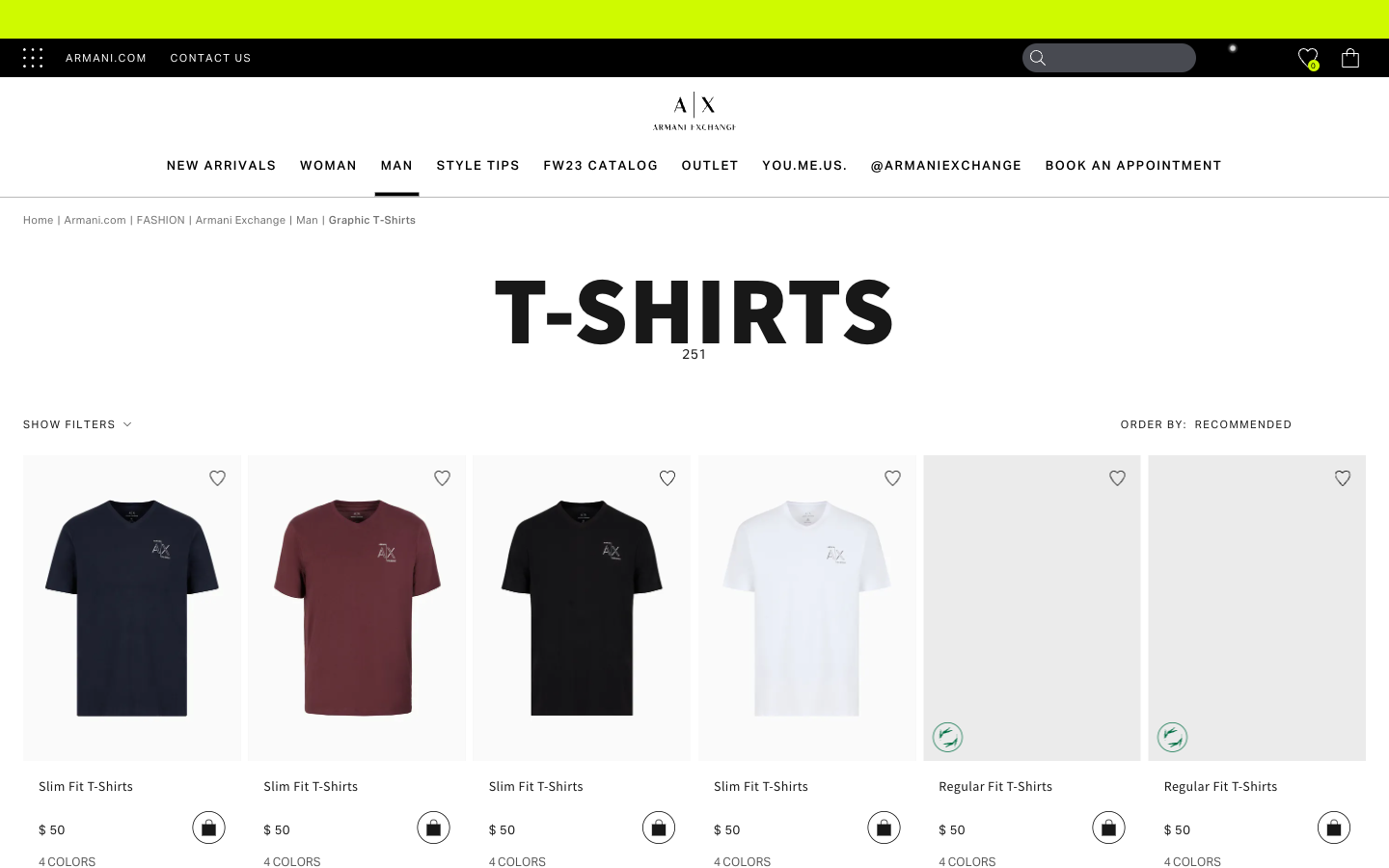 The width and height of the screenshot is (1389, 868). I want to click on outlet menu item at the top to navigate to that tab, so click(709, 165).